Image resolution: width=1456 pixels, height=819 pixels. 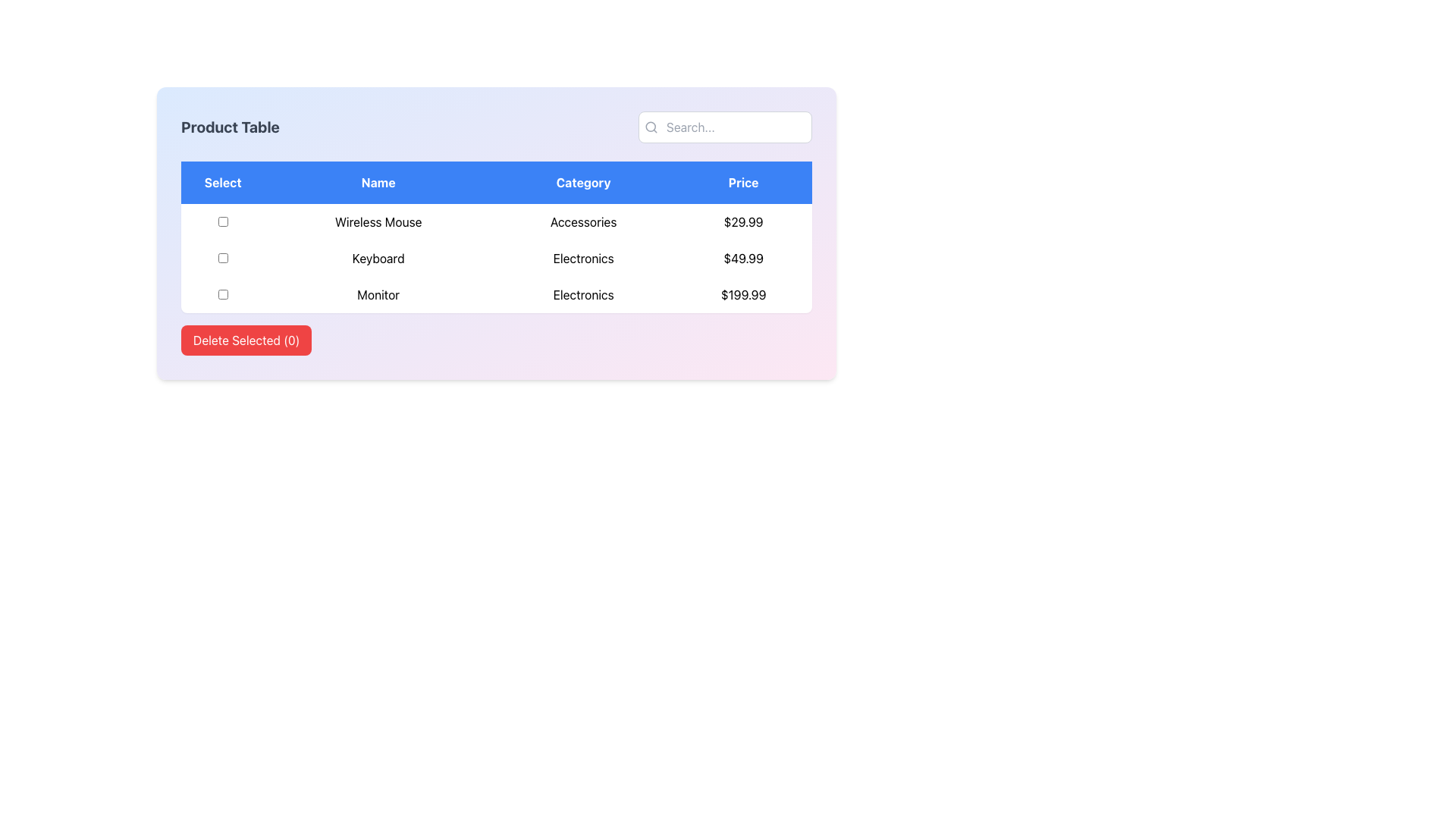 What do you see at coordinates (582, 181) in the screenshot?
I see `the 'Category' table header, which is the third column header in a four-column layout, displayed in bold white text on a blue background` at bounding box center [582, 181].